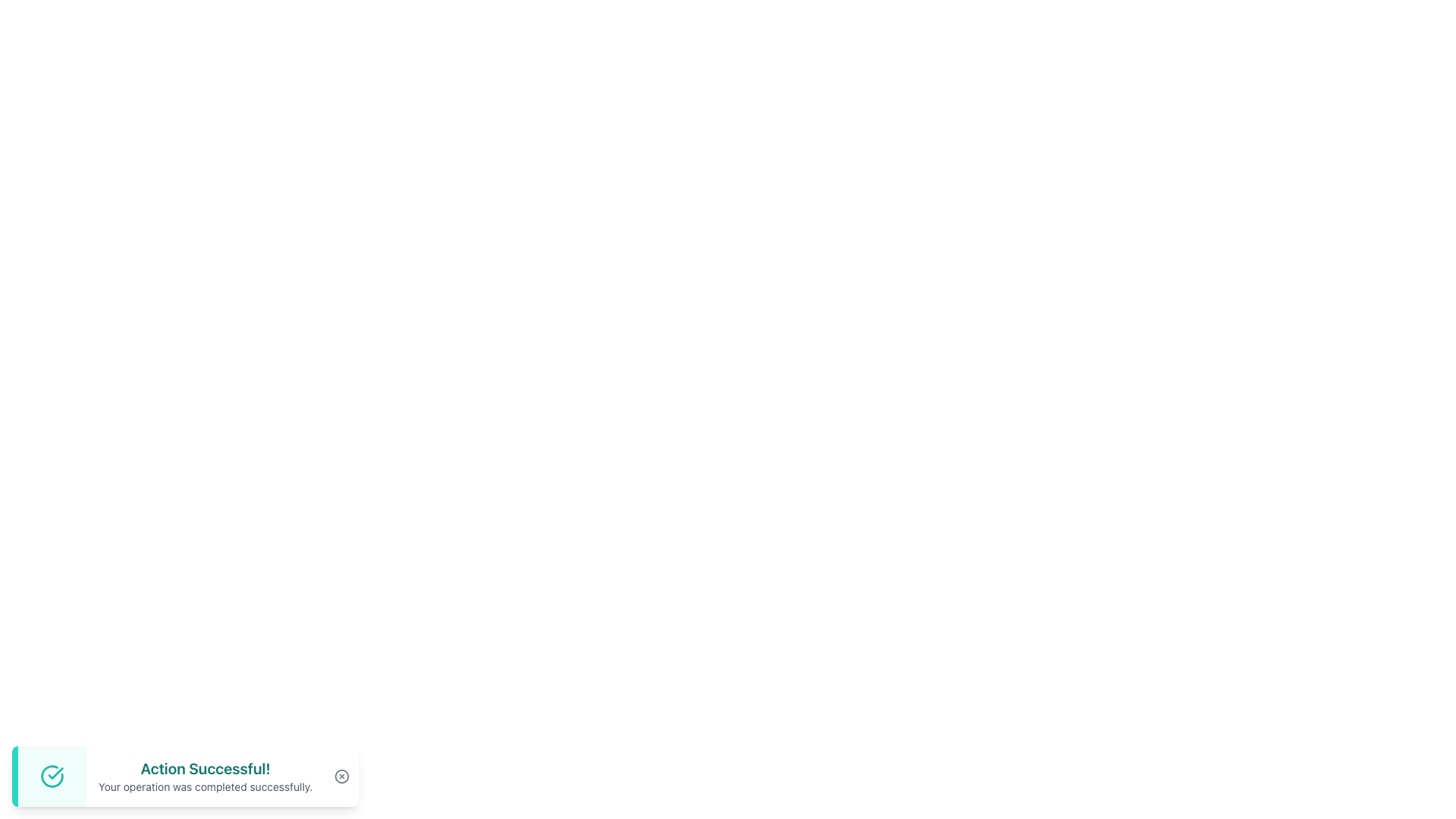  What do you see at coordinates (340, 776) in the screenshot?
I see `the close button located in the bottom-right corner of the 'Action Successful!' notification` at bounding box center [340, 776].